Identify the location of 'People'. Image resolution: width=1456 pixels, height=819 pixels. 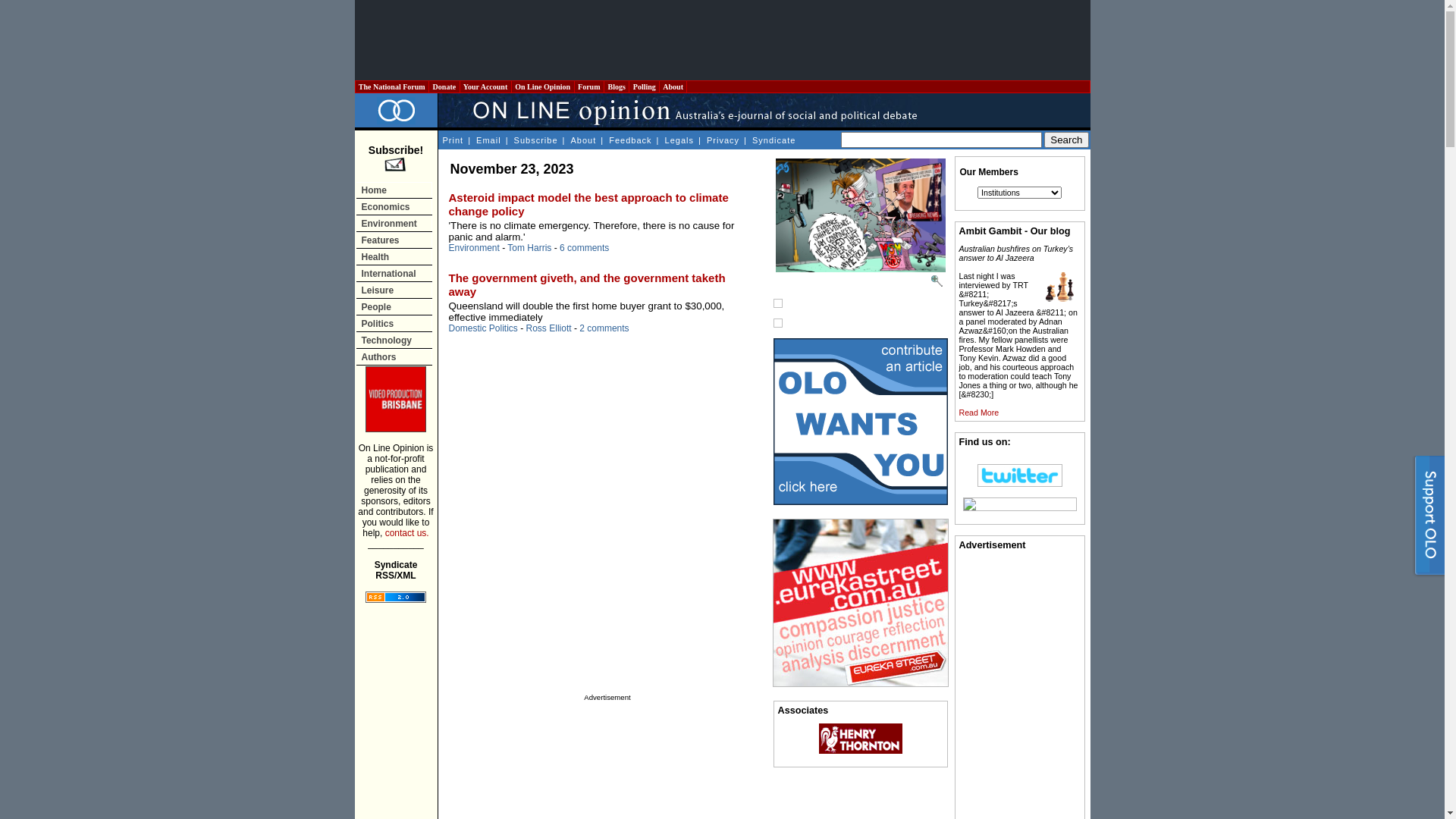
(394, 306).